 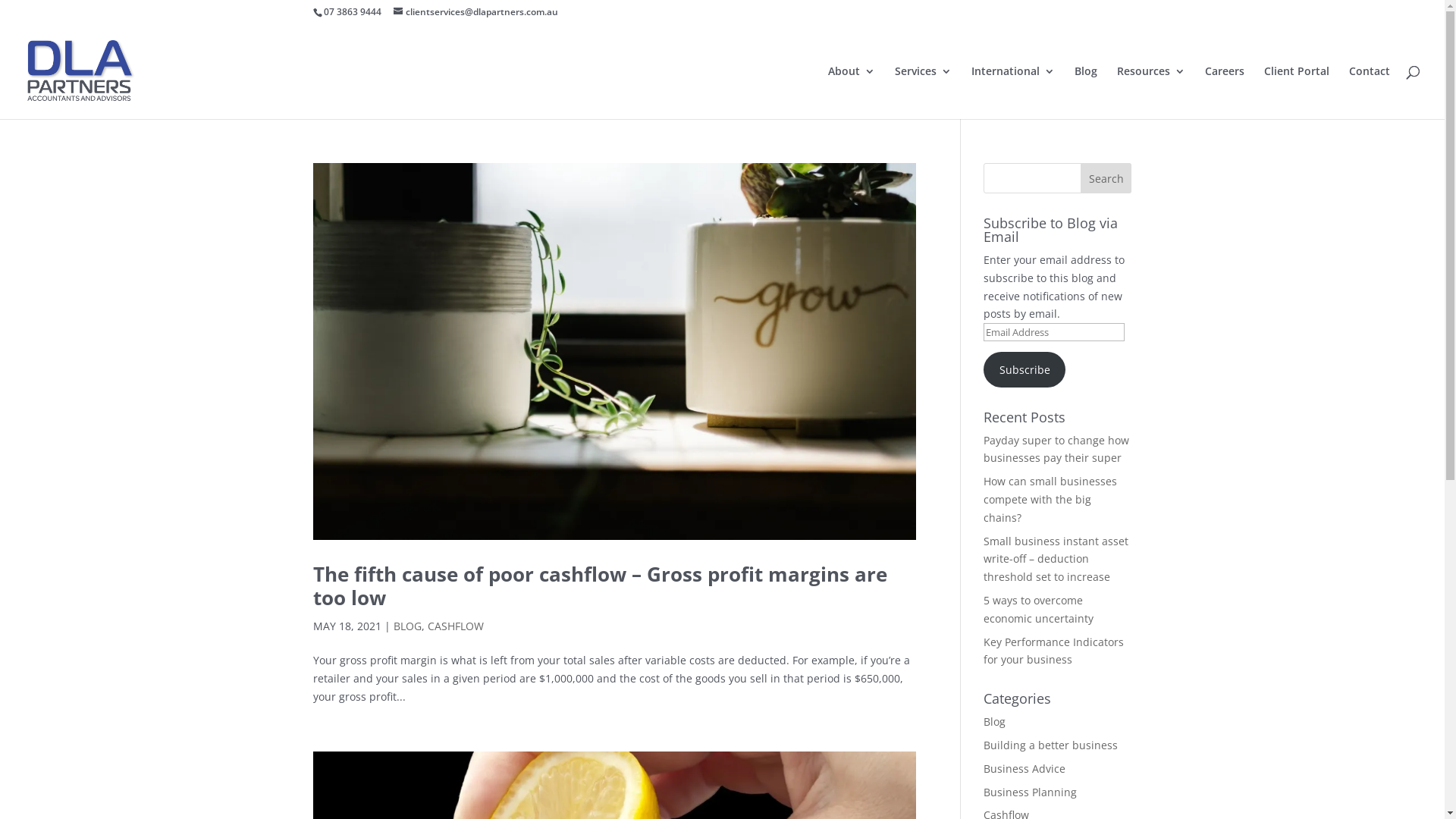 What do you see at coordinates (1106, 177) in the screenshot?
I see `'Search'` at bounding box center [1106, 177].